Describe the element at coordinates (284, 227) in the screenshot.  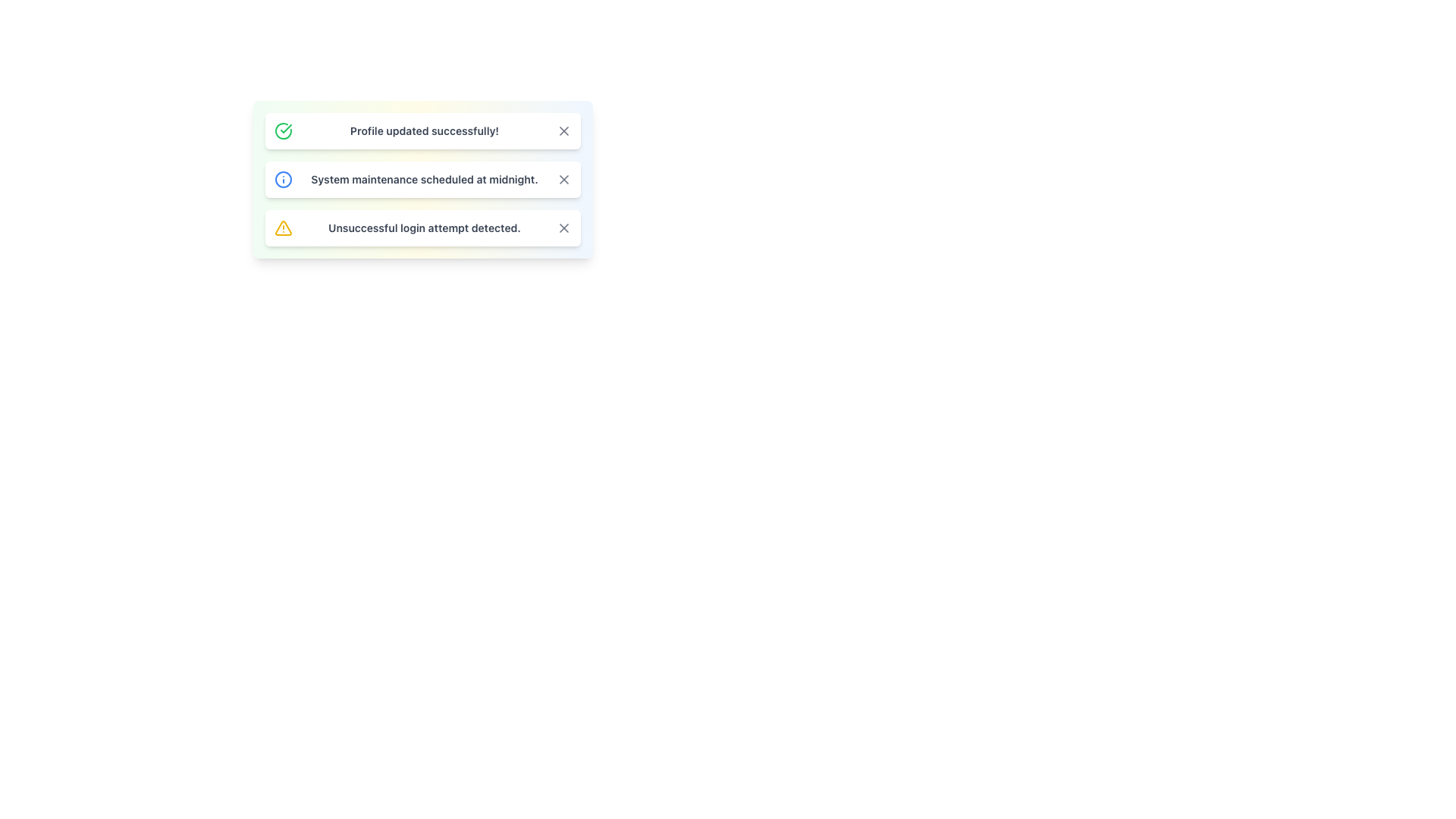
I see `the triangular warning icon with a yellow border and an exclamation symbol, which indicates an unsuccessful login attempt adjacent to the notification text` at that location.